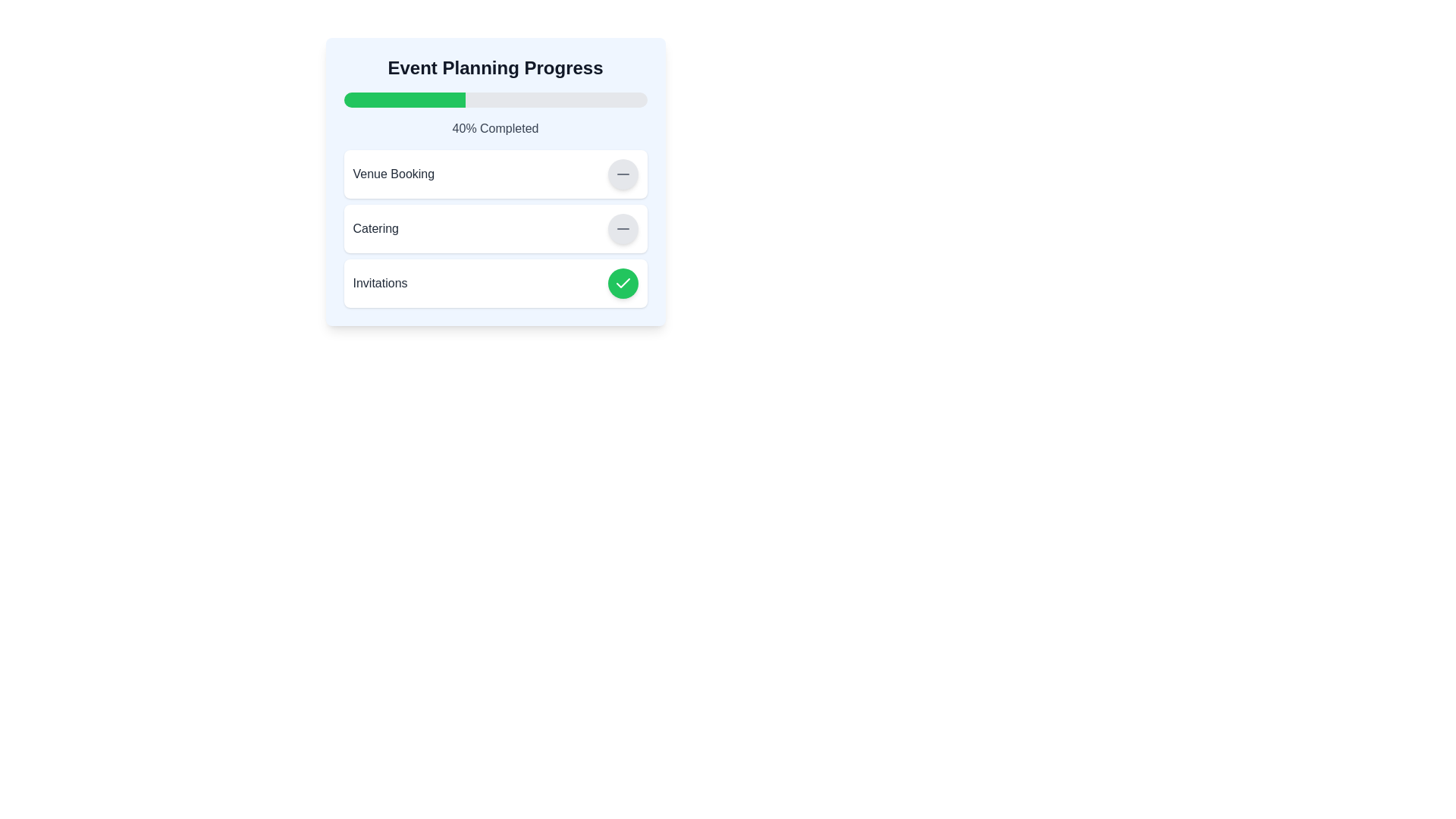 Image resolution: width=1456 pixels, height=819 pixels. Describe the element at coordinates (623, 284) in the screenshot. I see `the circular green button with a white checkmark icon located in the 'Invitations' section of the 'Event Planning Progress' panel` at that location.